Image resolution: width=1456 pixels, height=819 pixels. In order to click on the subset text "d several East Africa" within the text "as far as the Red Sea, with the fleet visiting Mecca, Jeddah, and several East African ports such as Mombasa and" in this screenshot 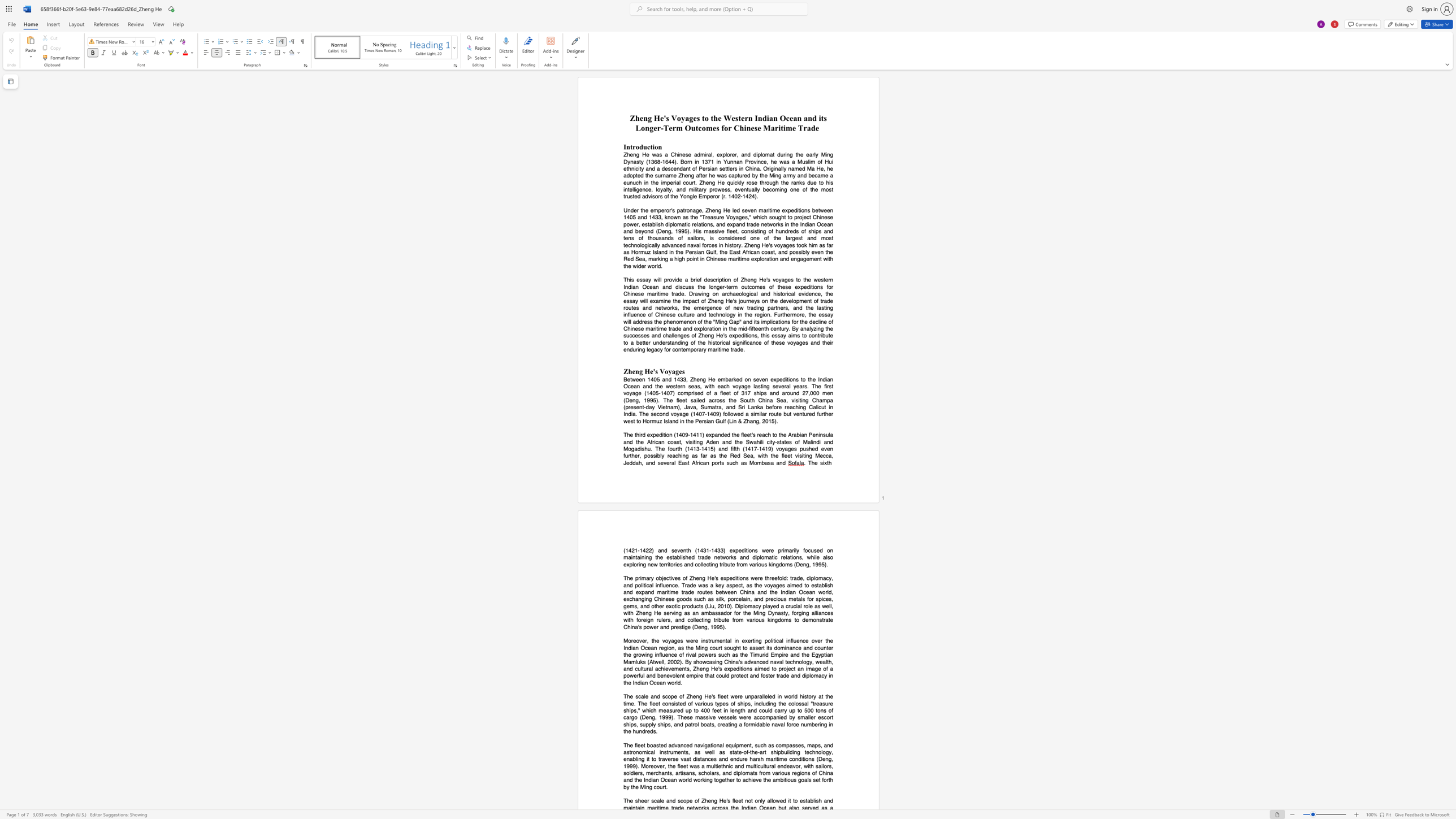, I will do `click(651, 462)`.